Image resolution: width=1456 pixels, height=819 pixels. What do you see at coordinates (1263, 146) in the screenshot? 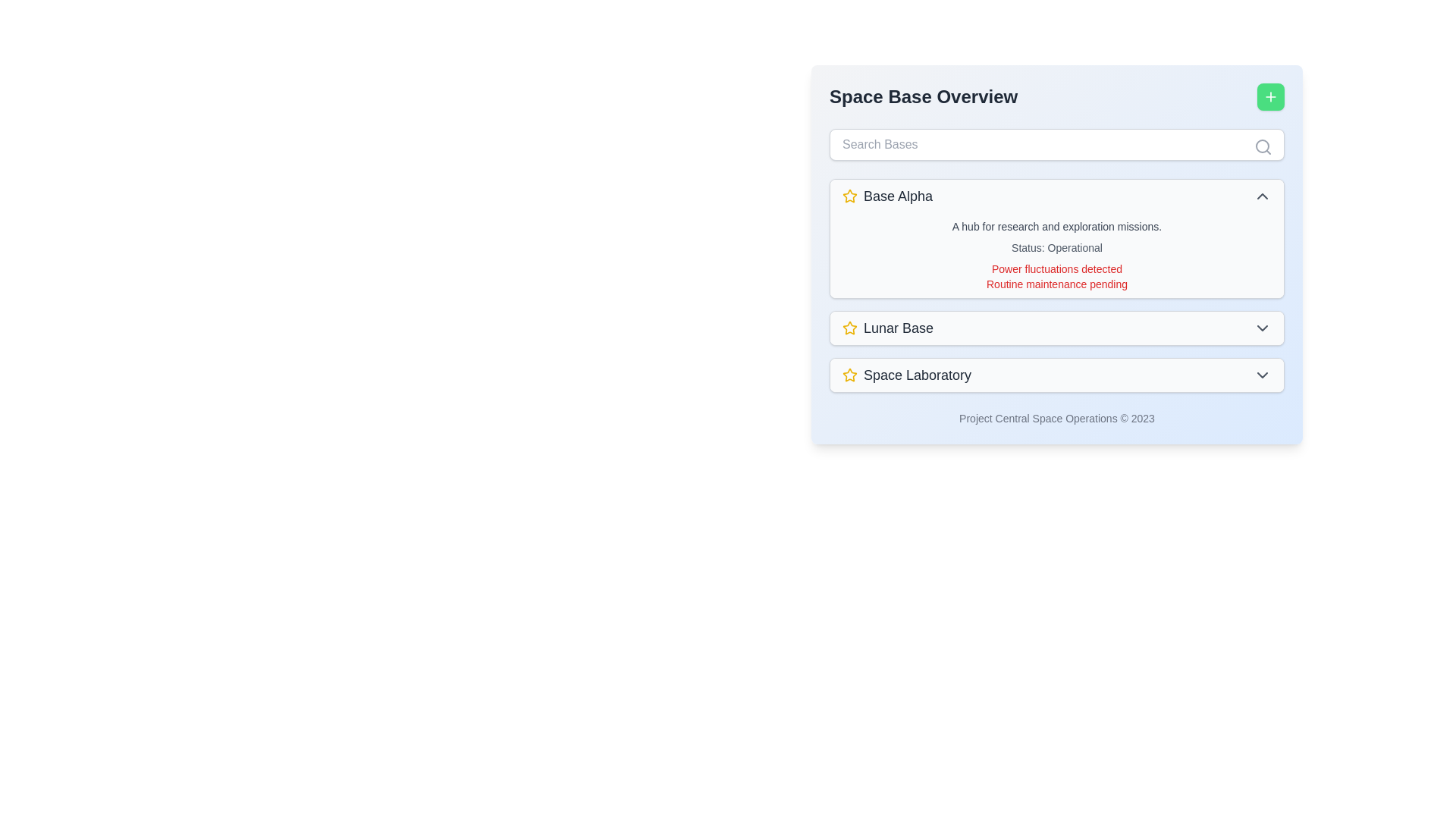
I see `the SVG Icon that indicates the search functionality located in the top-right corner of the 'Search Bases' input field` at bounding box center [1263, 146].